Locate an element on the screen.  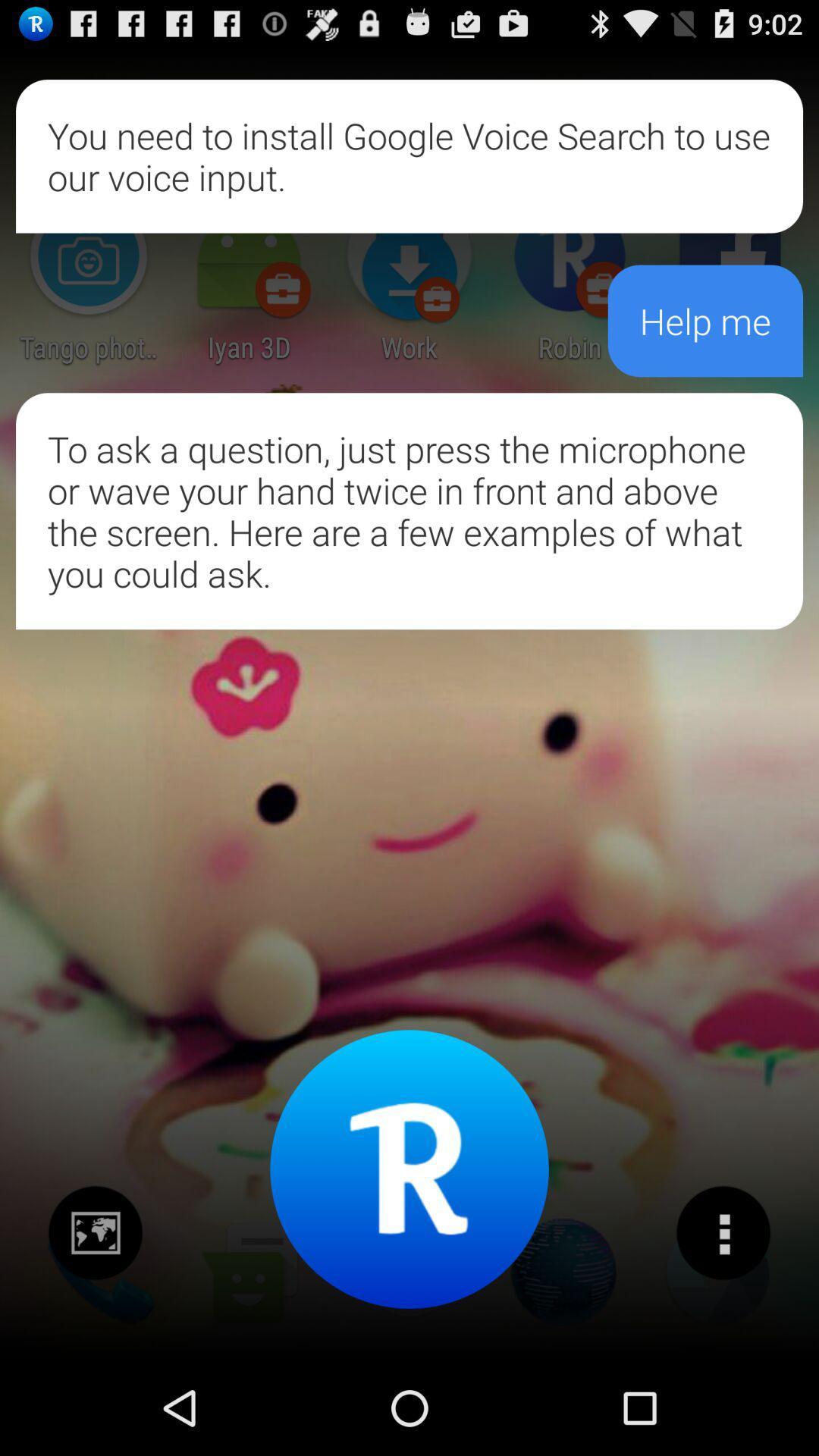
the icon at the bottom left corner is located at coordinates (96, 1233).